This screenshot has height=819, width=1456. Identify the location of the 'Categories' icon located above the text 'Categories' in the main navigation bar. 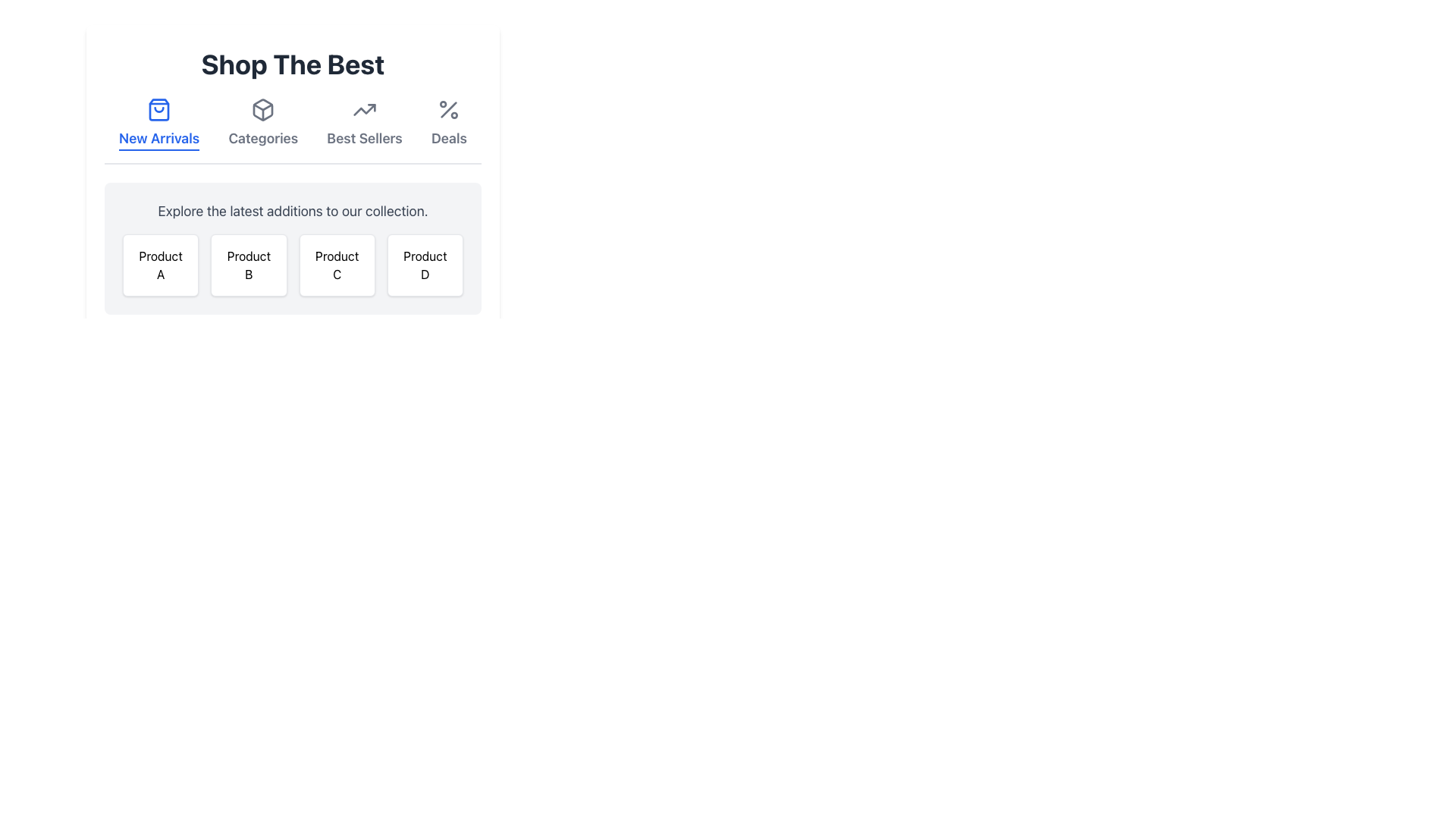
(262, 109).